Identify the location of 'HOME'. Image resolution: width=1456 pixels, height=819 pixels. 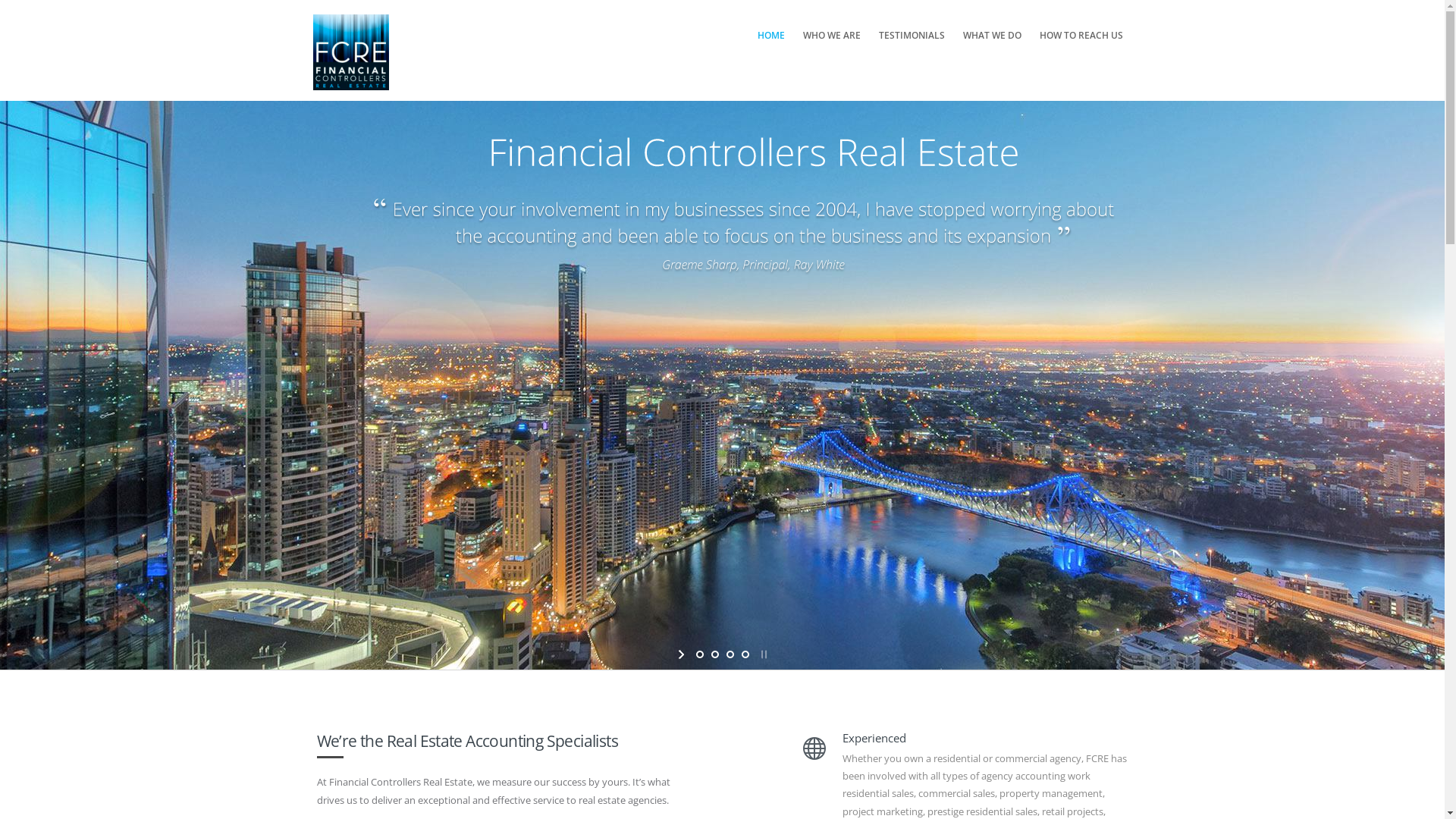
(770, 34).